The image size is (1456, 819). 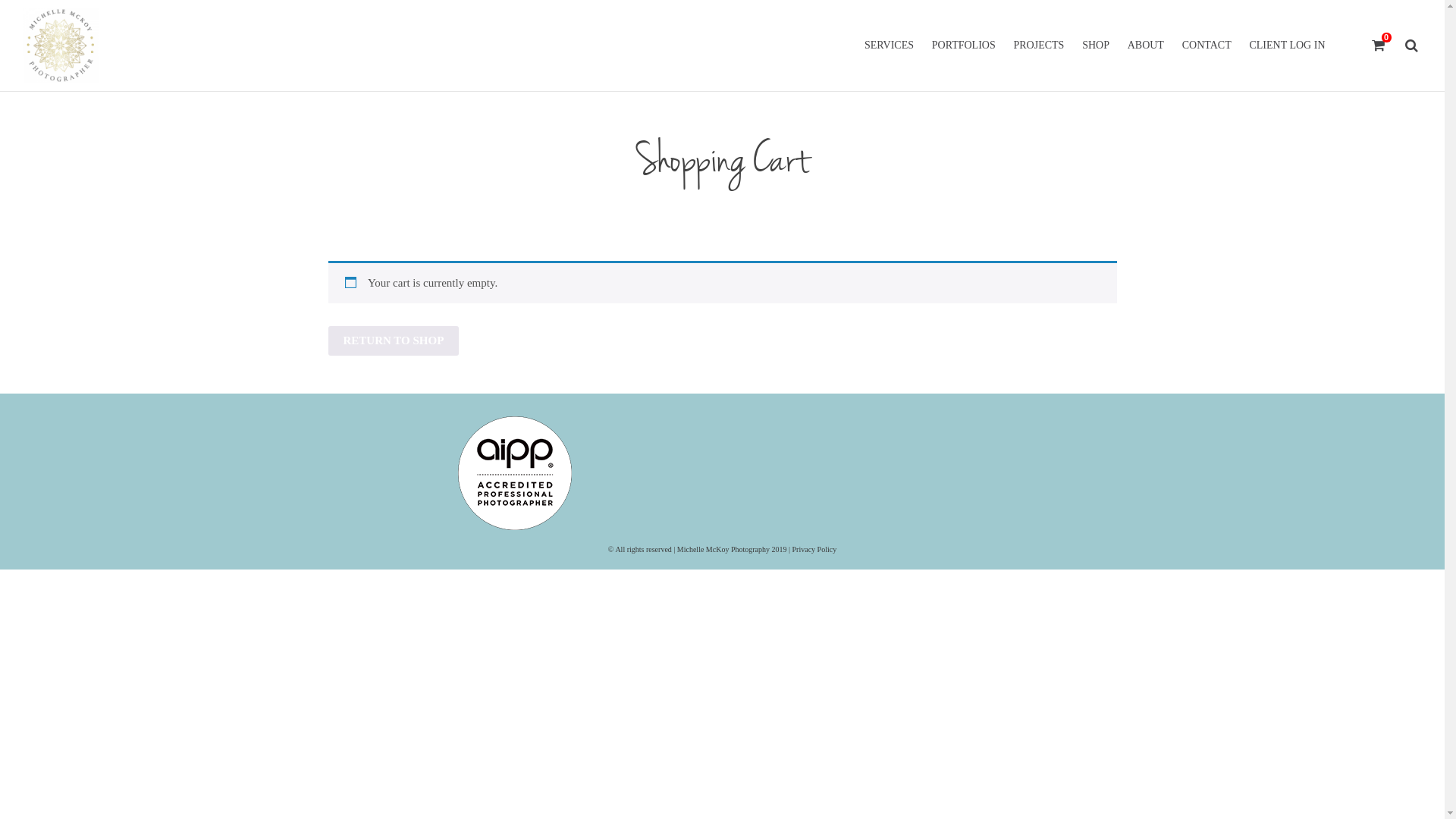 What do you see at coordinates (1146, 45) in the screenshot?
I see `'ABOUT'` at bounding box center [1146, 45].